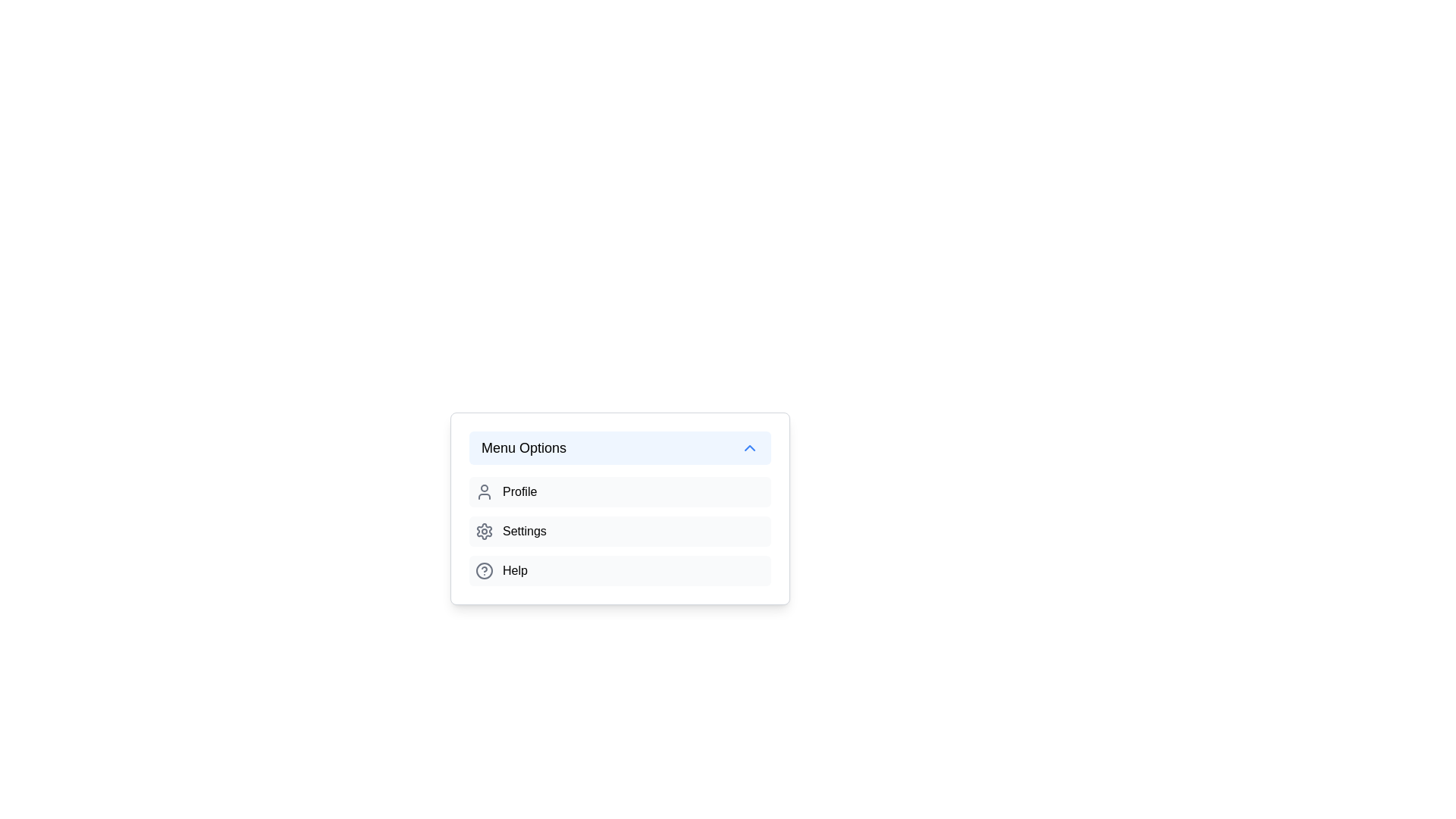 The height and width of the screenshot is (819, 1456). What do you see at coordinates (483, 531) in the screenshot?
I see `the gear icon representing settings, located to the left of the 'Settings' text in the vertical menu` at bounding box center [483, 531].